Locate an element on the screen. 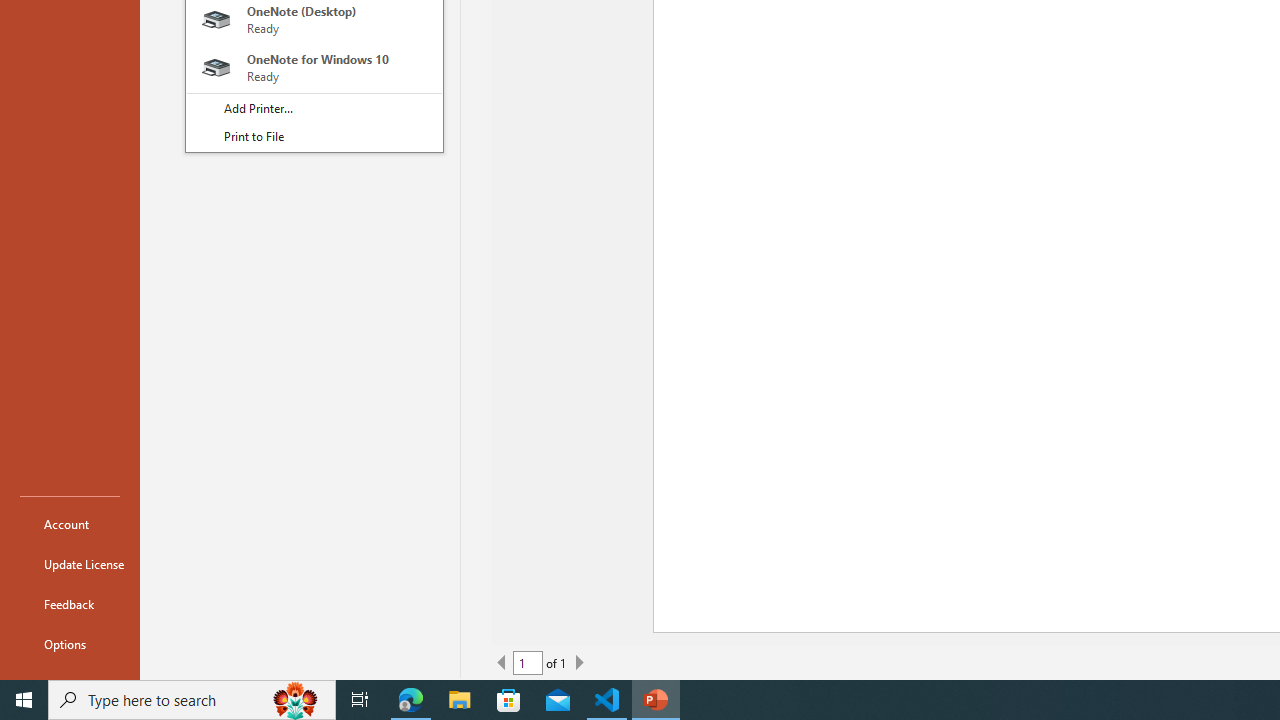 The image size is (1280, 720). 'Update License' is located at coordinates (69, 564).